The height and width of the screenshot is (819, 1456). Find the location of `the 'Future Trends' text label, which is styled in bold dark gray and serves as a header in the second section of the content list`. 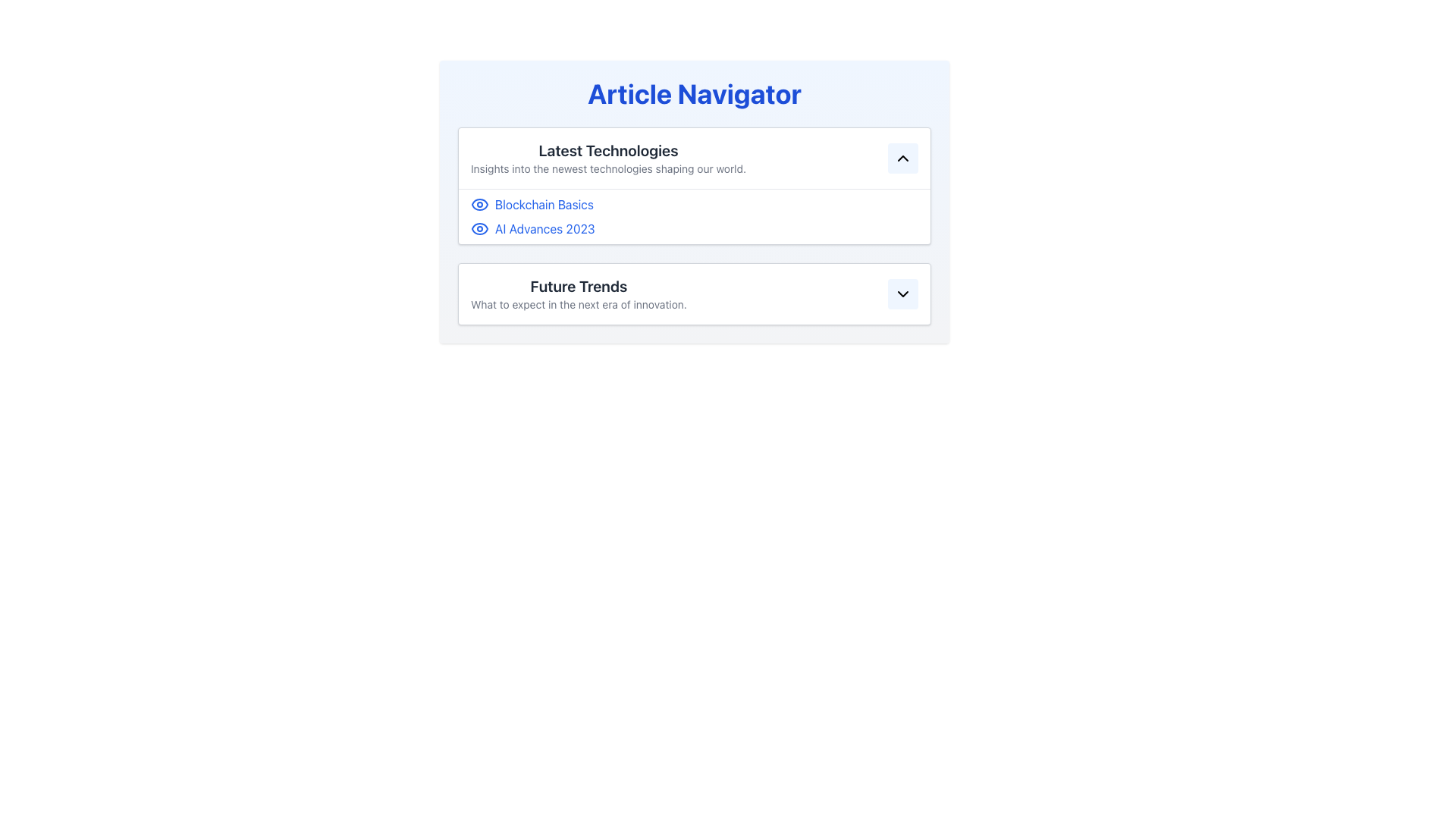

the 'Future Trends' text label, which is styled in bold dark gray and serves as a header in the second section of the content list is located at coordinates (578, 287).